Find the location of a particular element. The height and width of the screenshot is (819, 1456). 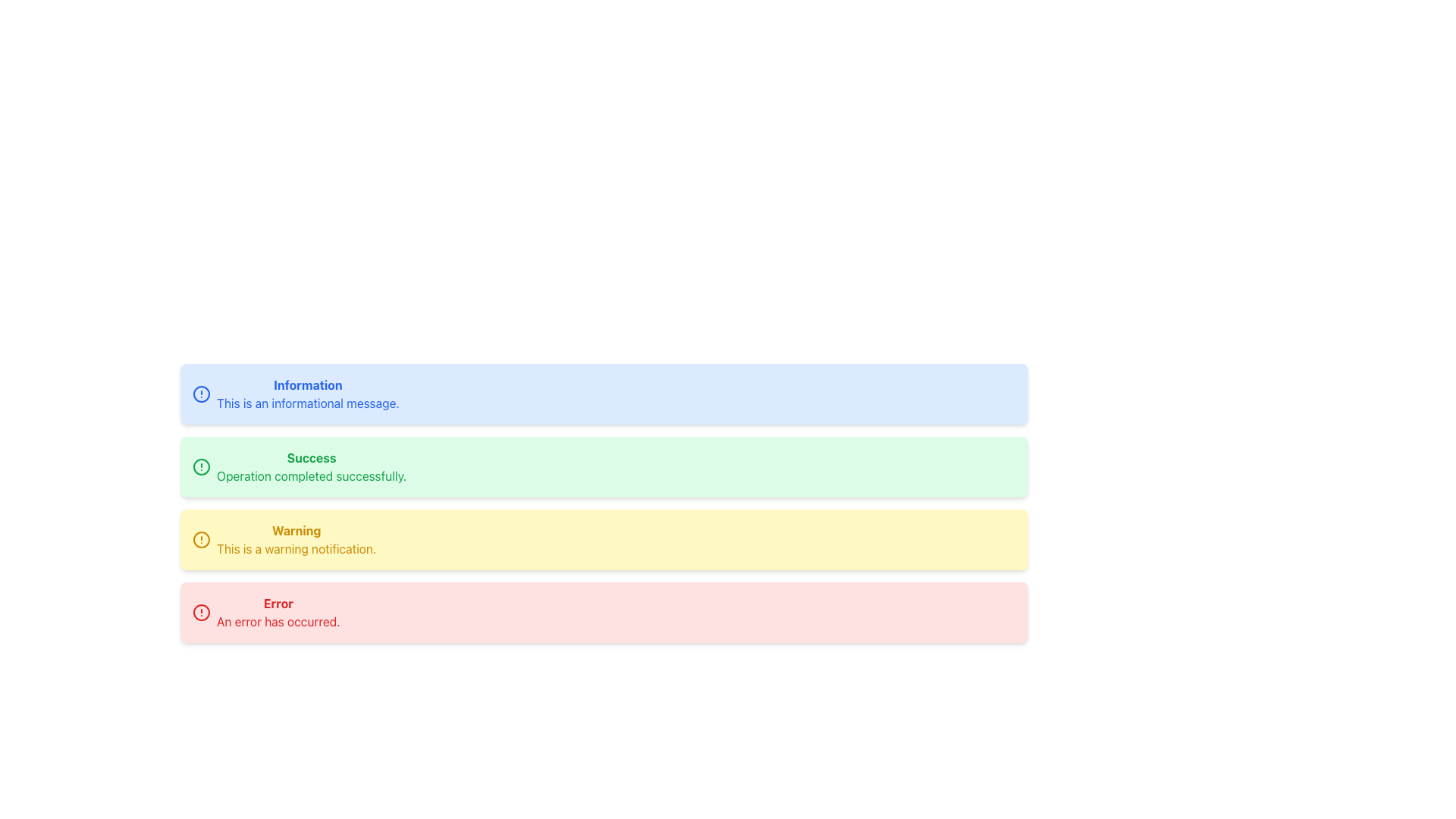

the 'Warning' notification box with bold text stating 'Warning' is located at coordinates (297, 539).